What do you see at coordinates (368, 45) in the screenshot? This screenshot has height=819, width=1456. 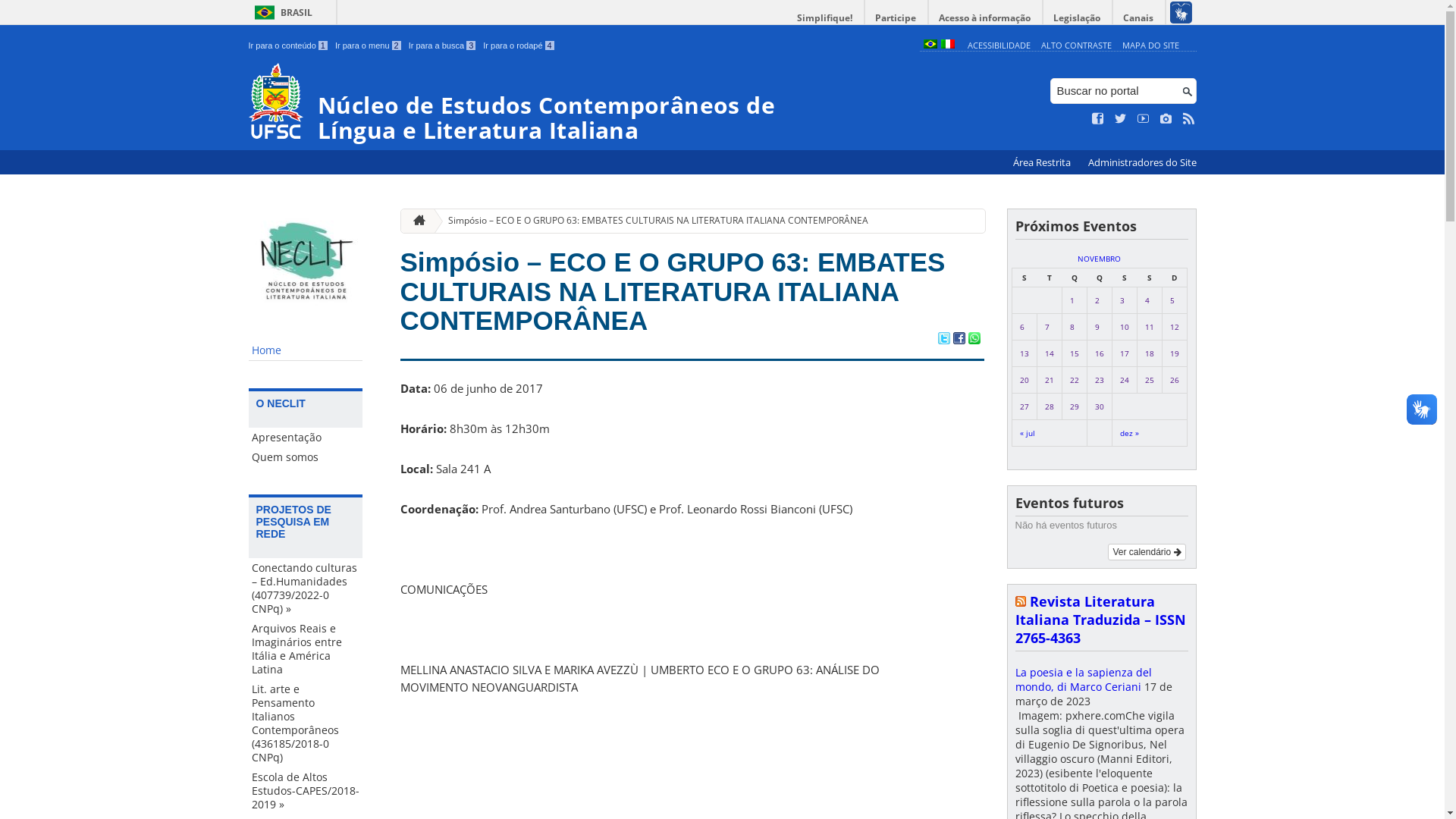 I see `'Ir para o menu 2'` at bounding box center [368, 45].